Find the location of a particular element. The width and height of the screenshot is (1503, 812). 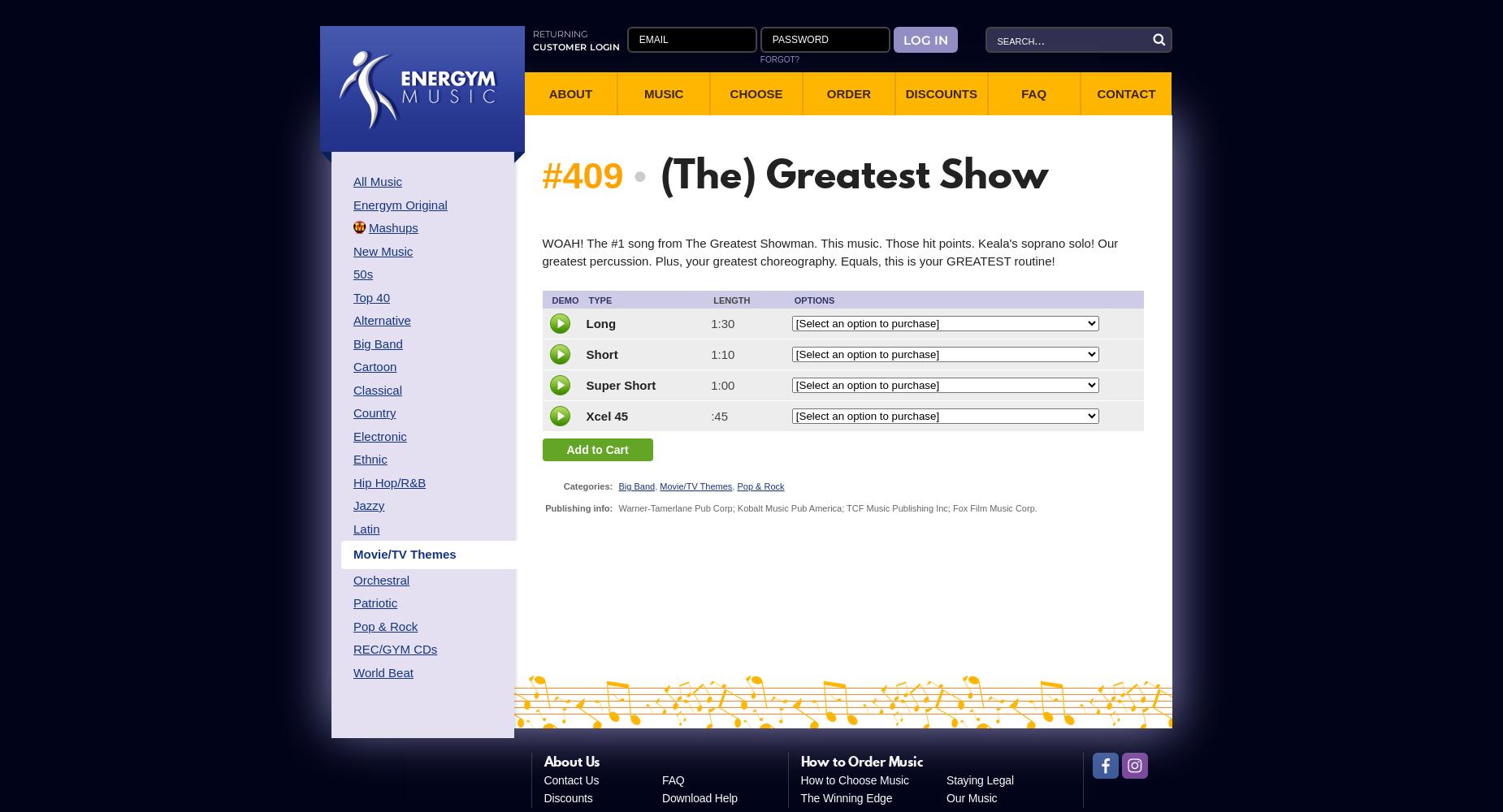

'Hip Hop/R&B' is located at coordinates (352, 481).